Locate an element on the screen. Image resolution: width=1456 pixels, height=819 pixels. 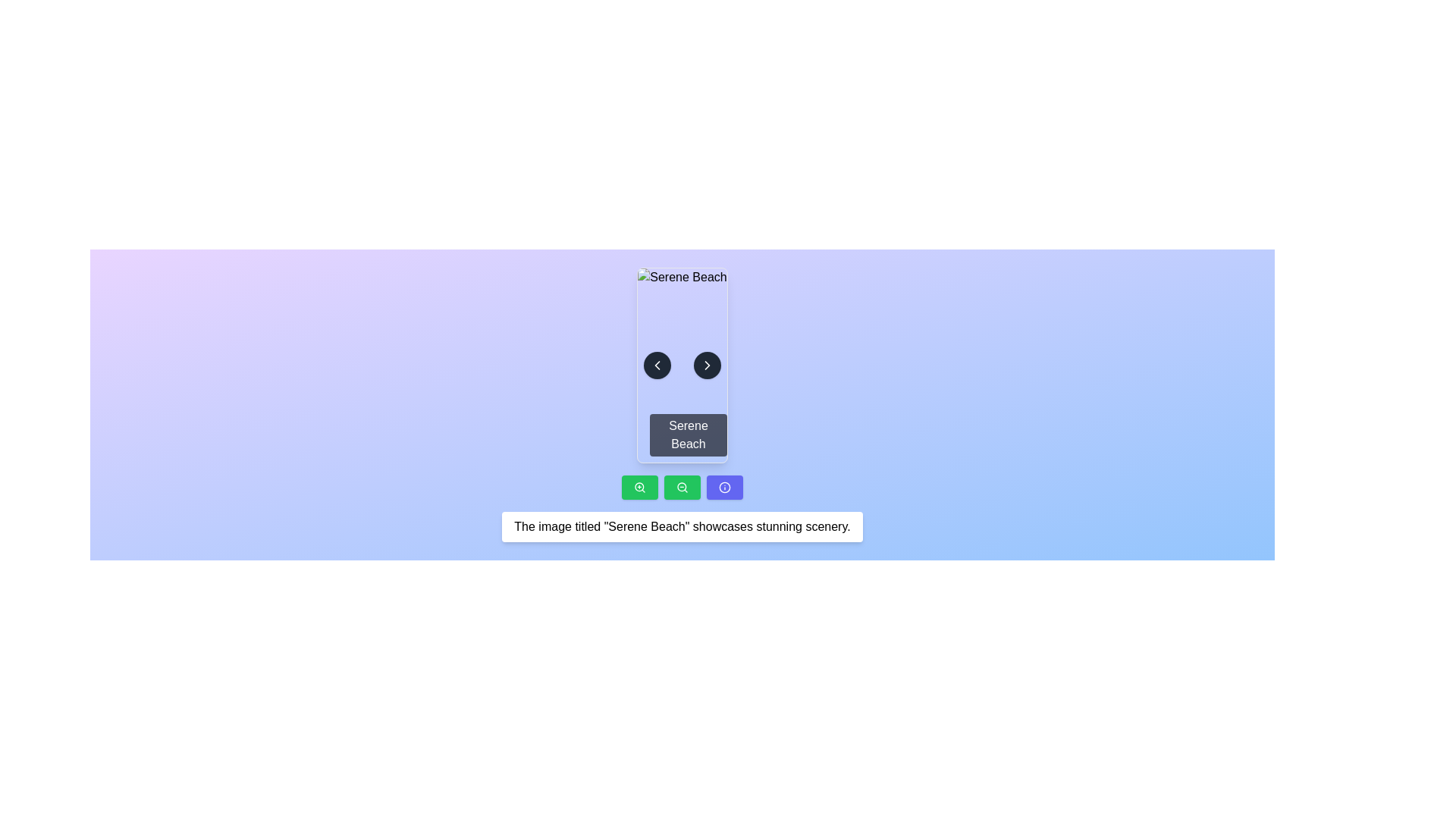
the second button in the row of three buttons, located between a green zoom-in button and a purple info button, to zoom out is located at coordinates (682, 488).